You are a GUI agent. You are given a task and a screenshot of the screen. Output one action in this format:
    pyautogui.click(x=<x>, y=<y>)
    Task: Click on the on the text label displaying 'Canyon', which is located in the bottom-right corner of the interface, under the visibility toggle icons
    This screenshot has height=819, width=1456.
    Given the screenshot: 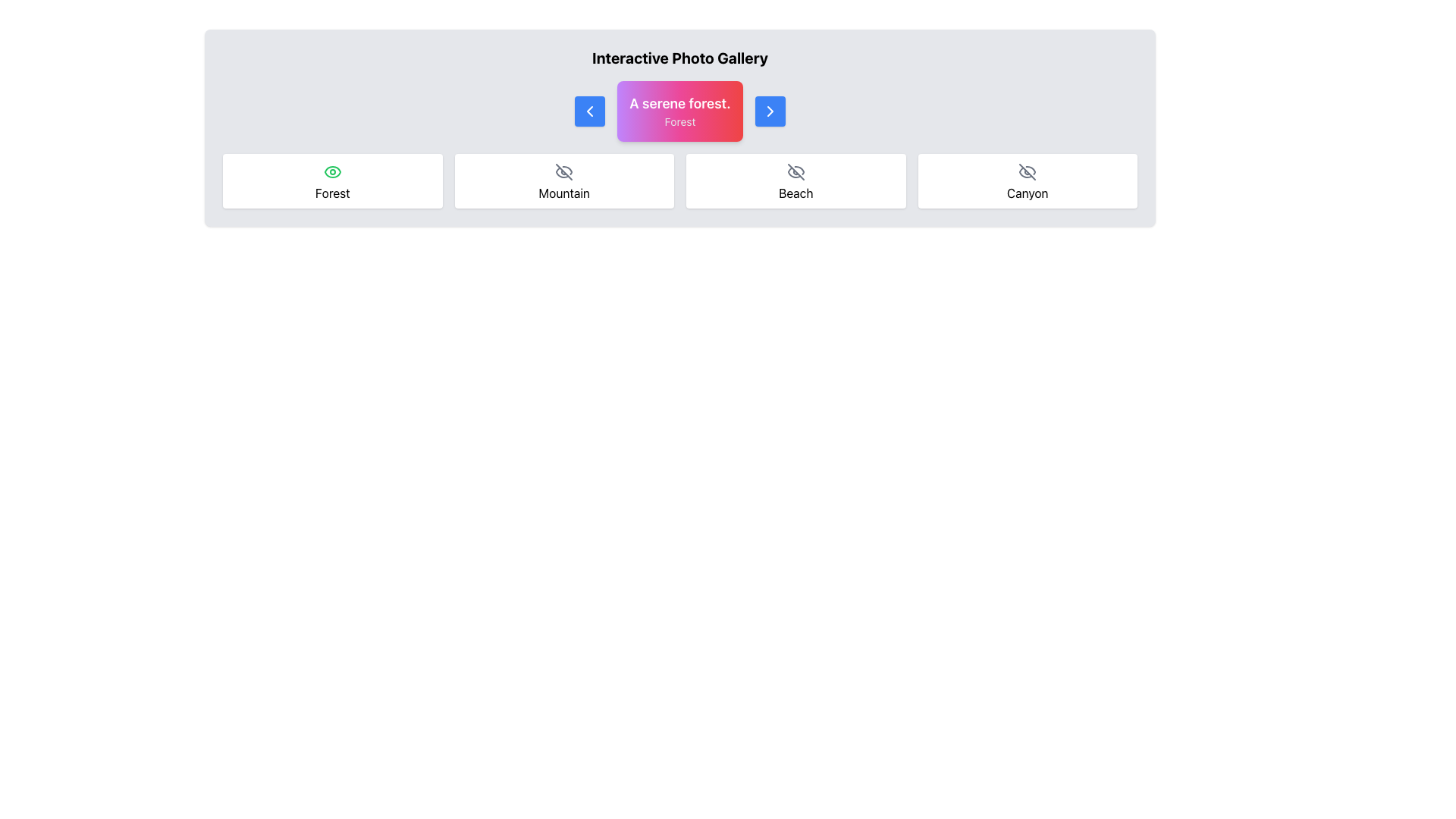 What is the action you would take?
    pyautogui.click(x=1028, y=192)
    